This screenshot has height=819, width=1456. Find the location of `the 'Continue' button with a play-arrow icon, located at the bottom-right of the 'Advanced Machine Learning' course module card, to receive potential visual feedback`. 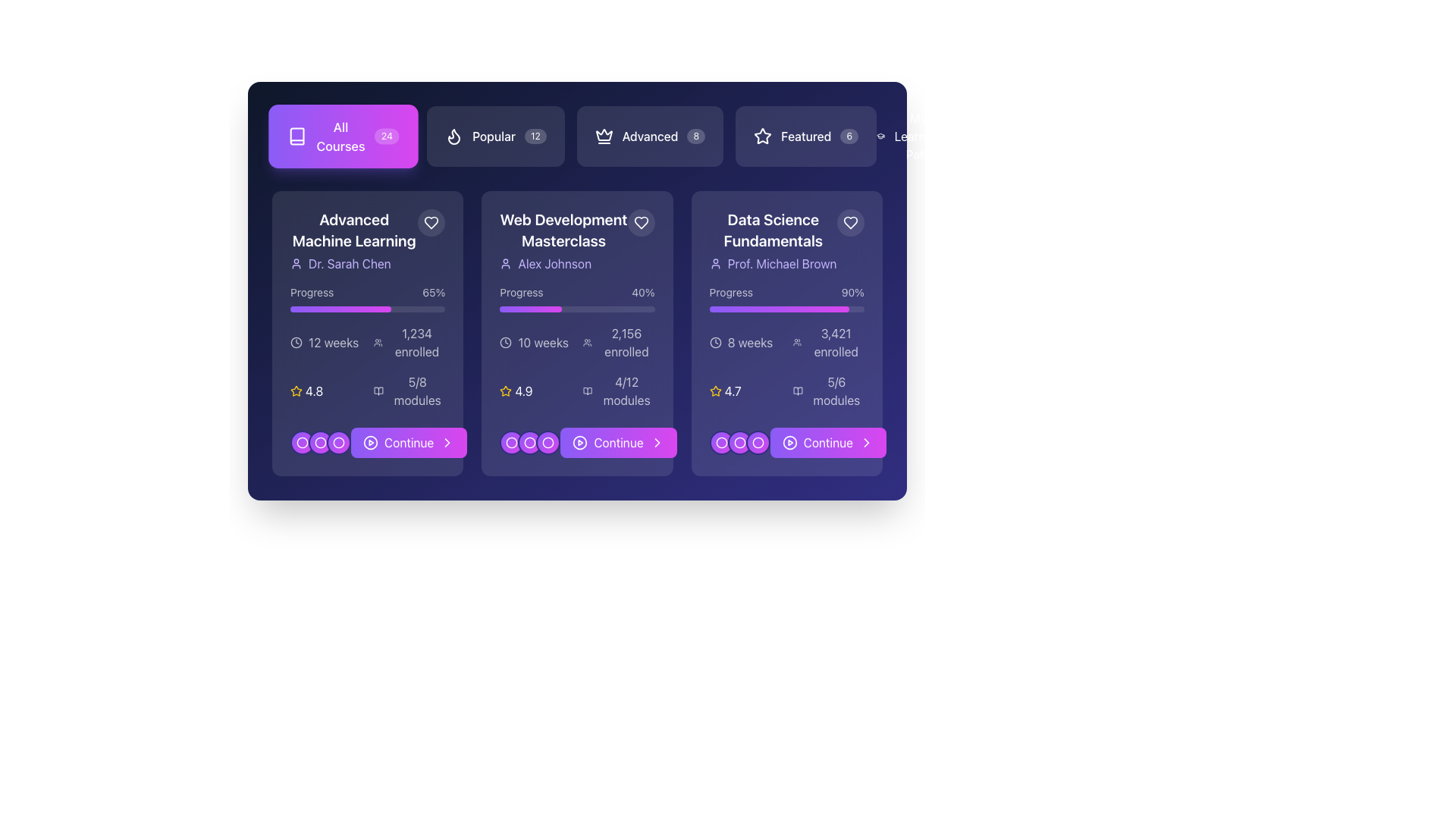

the 'Continue' button with a play-arrow icon, located at the bottom-right of the 'Advanced Machine Learning' course module card, to receive potential visual feedback is located at coordinates (368, 442).